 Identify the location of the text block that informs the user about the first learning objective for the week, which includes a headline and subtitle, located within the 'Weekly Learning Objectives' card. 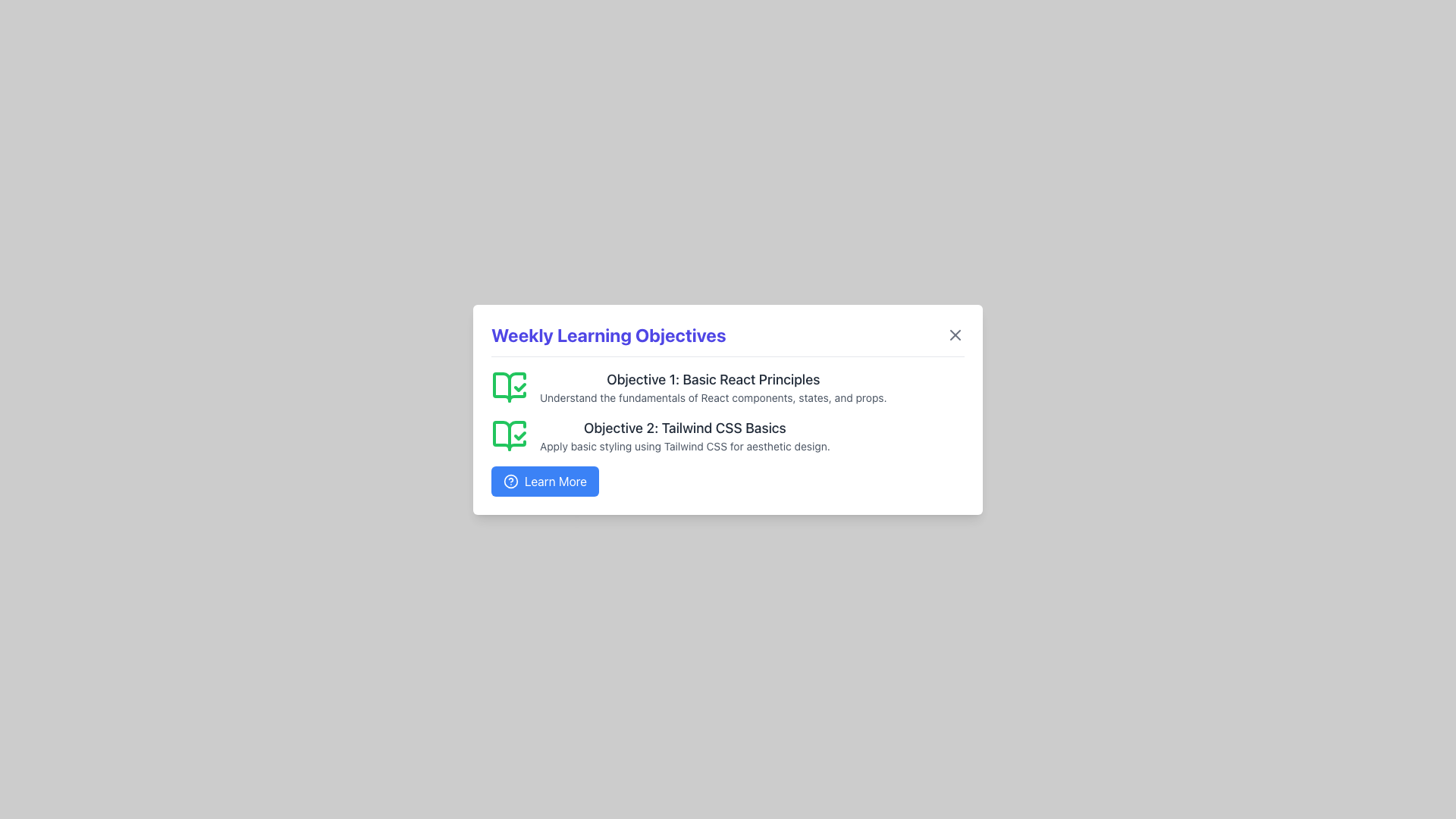
(712, 386).